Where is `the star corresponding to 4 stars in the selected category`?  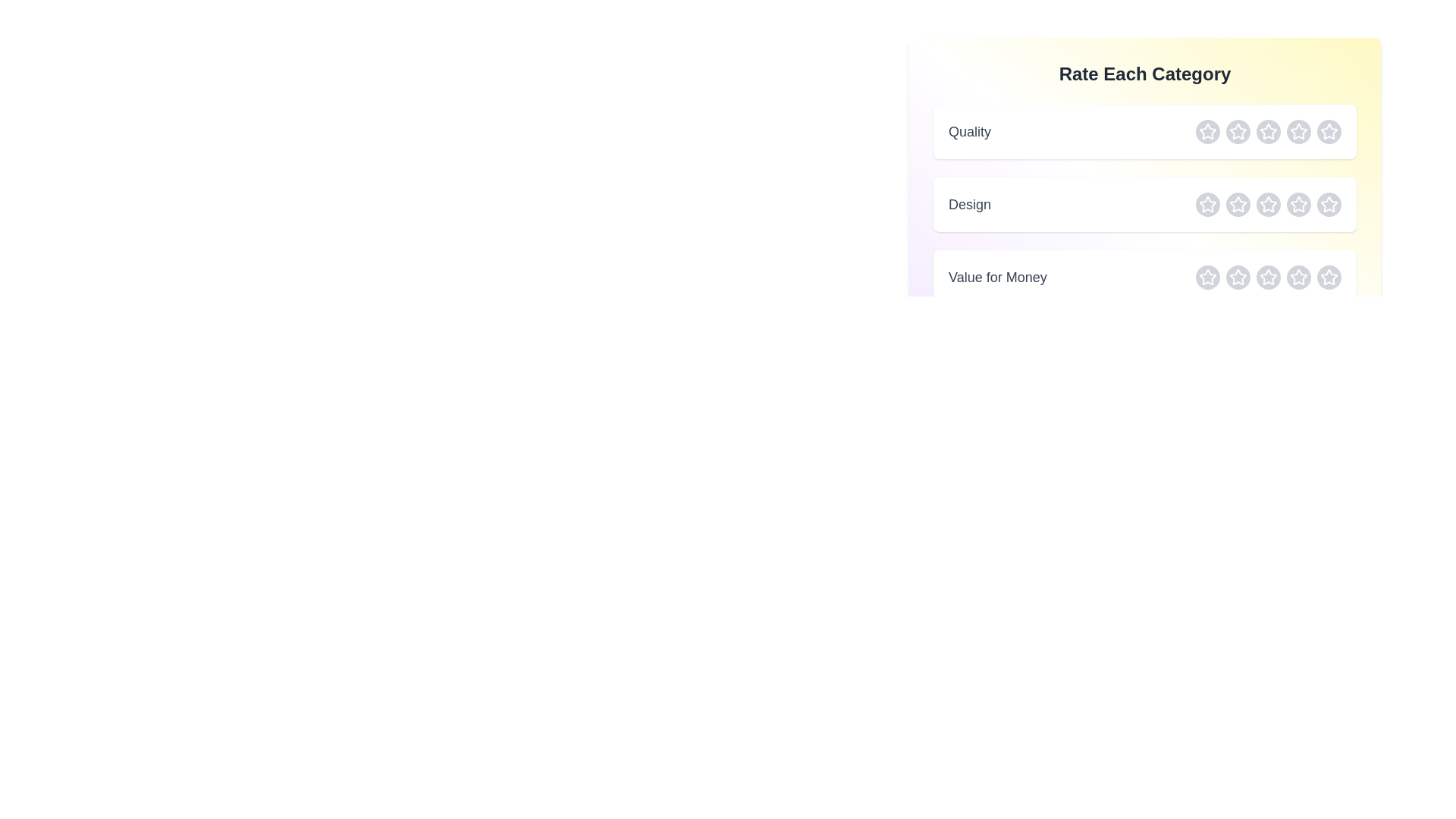
the star corresponding to 4 stars in the selected category is located at coordinates (1298, 130).